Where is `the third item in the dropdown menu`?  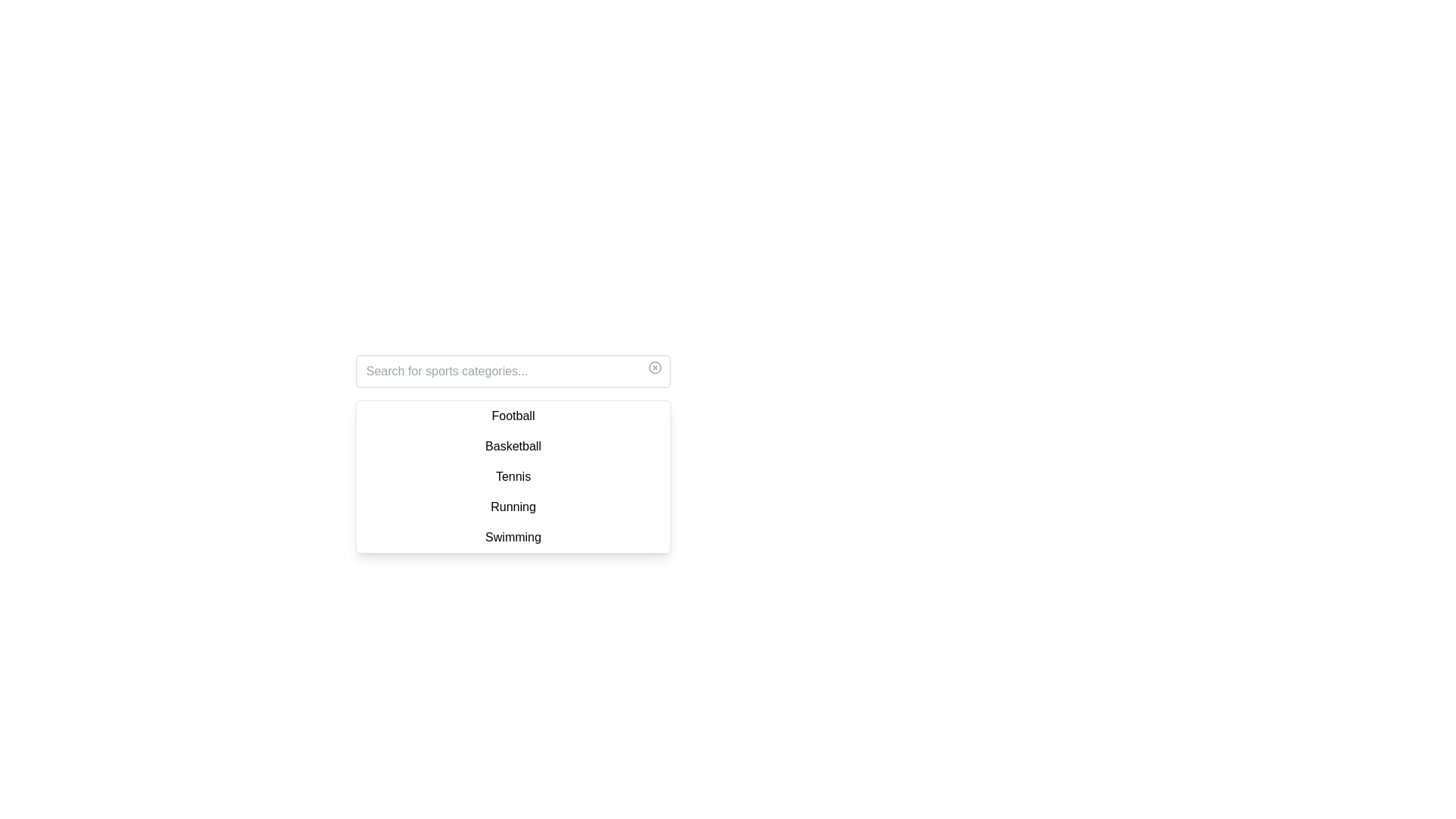 the third item in the dropdown menu is located at coordinates (513, 475).